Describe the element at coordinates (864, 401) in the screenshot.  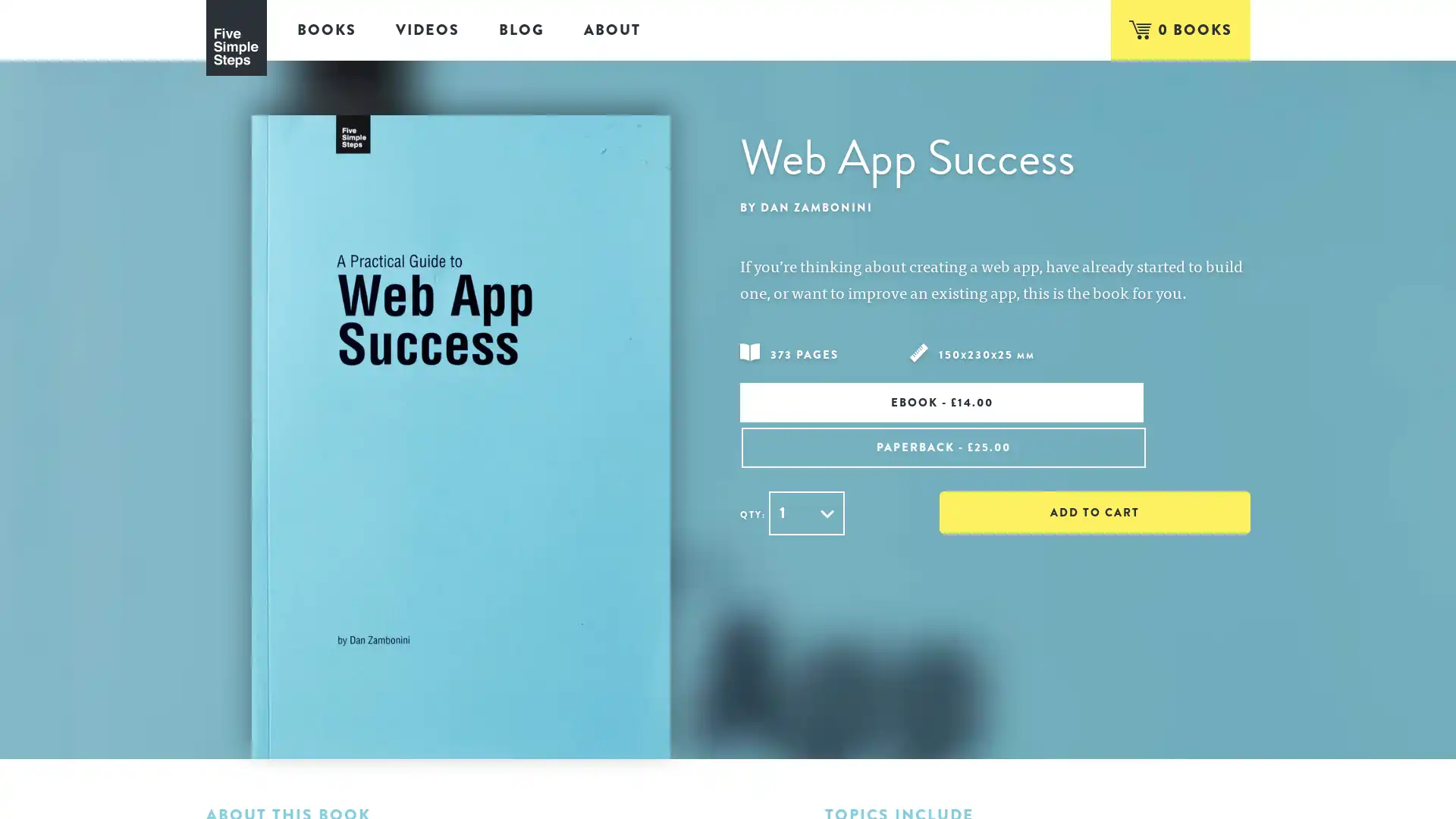
I see `EBOOK - 14.00` at that location.